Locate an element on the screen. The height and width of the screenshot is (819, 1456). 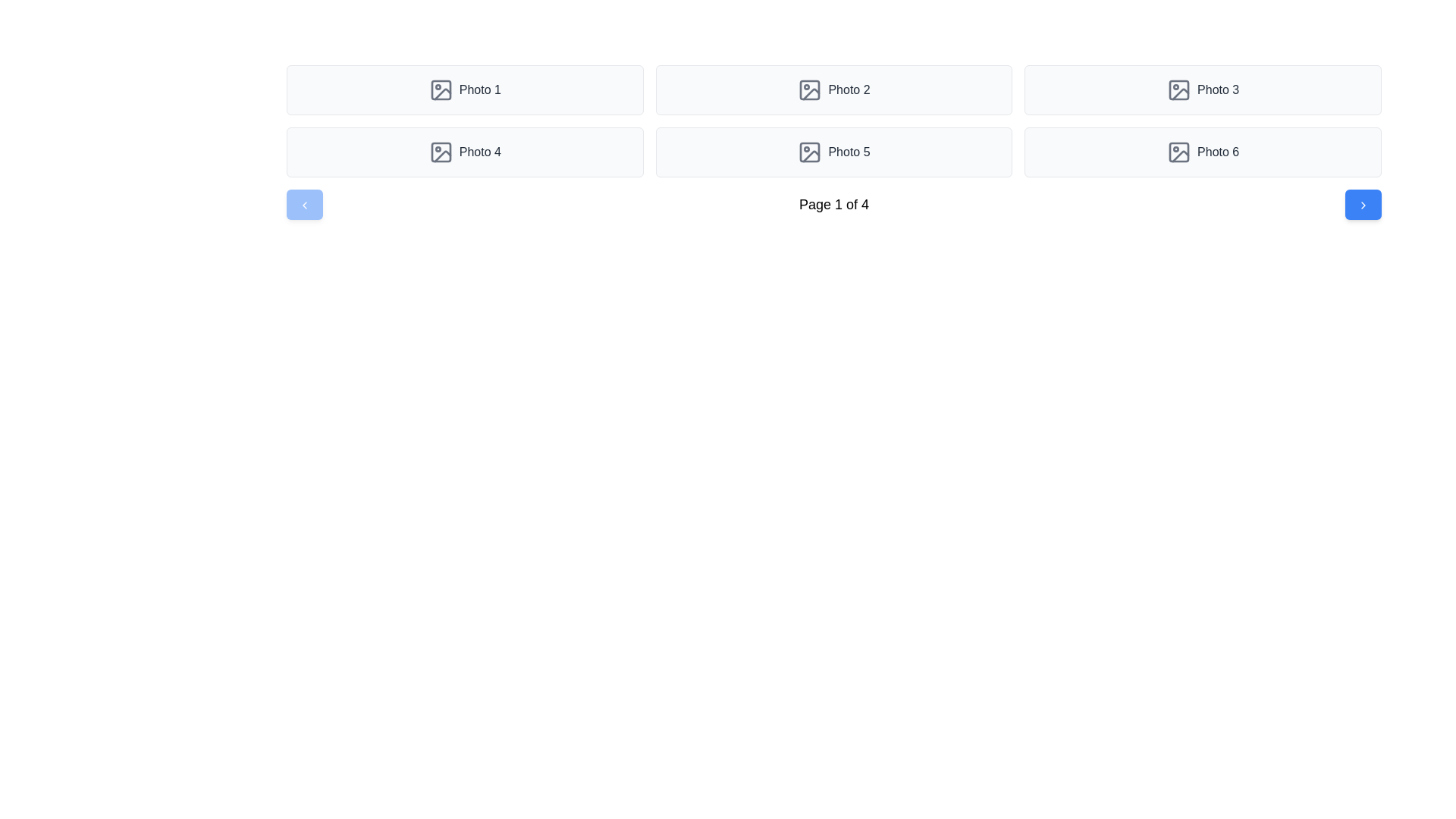
the selectable tile labeled 'Photo 6' located in the bottom row of the grid layout is located at coordinates (1202, 152).